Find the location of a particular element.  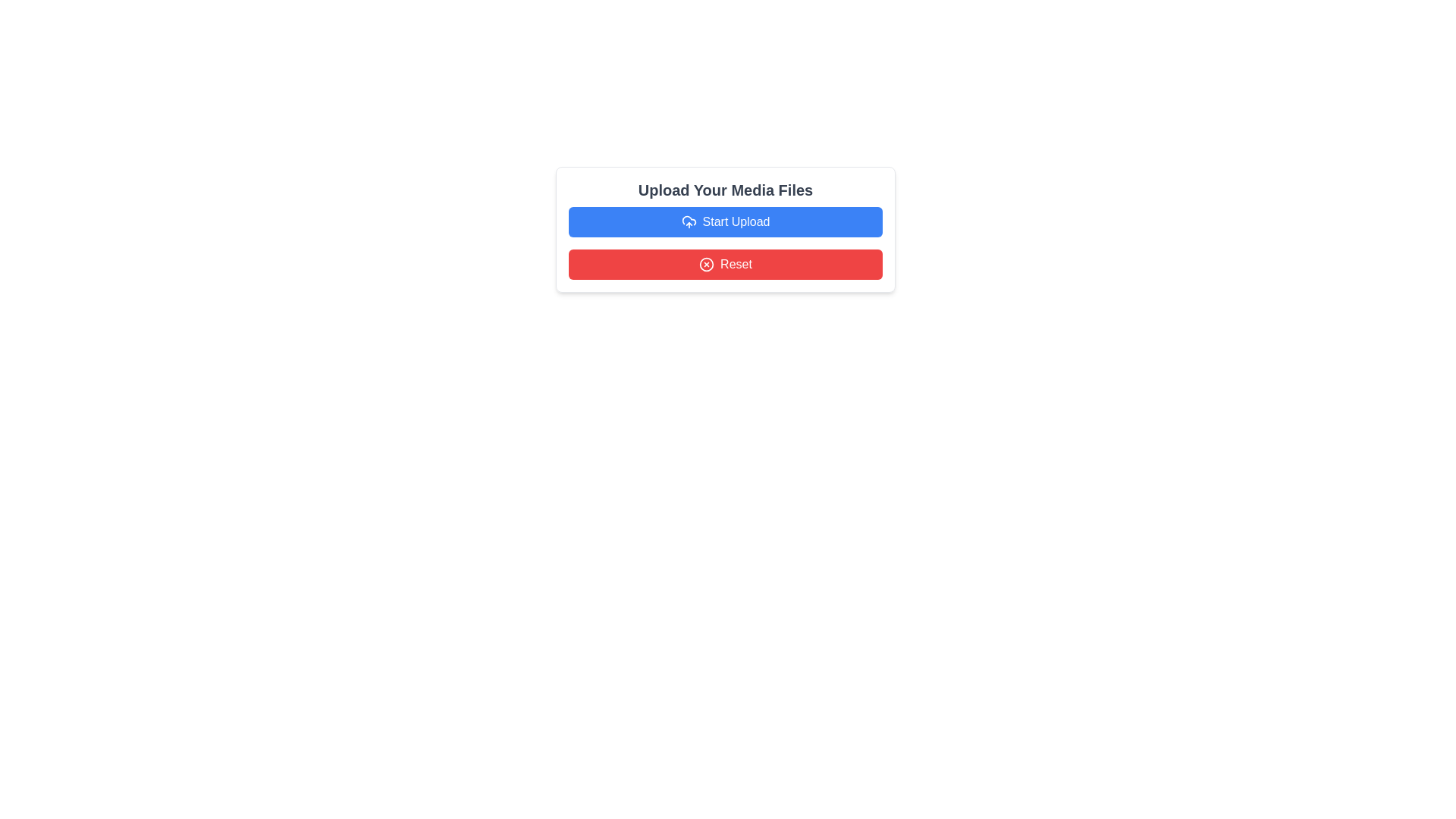

the call-to-action button for initiating an upload process, which is positioned below the header 'Upload Your Media Files' and above the 'Reset' button is located at coordinates (724, 230).